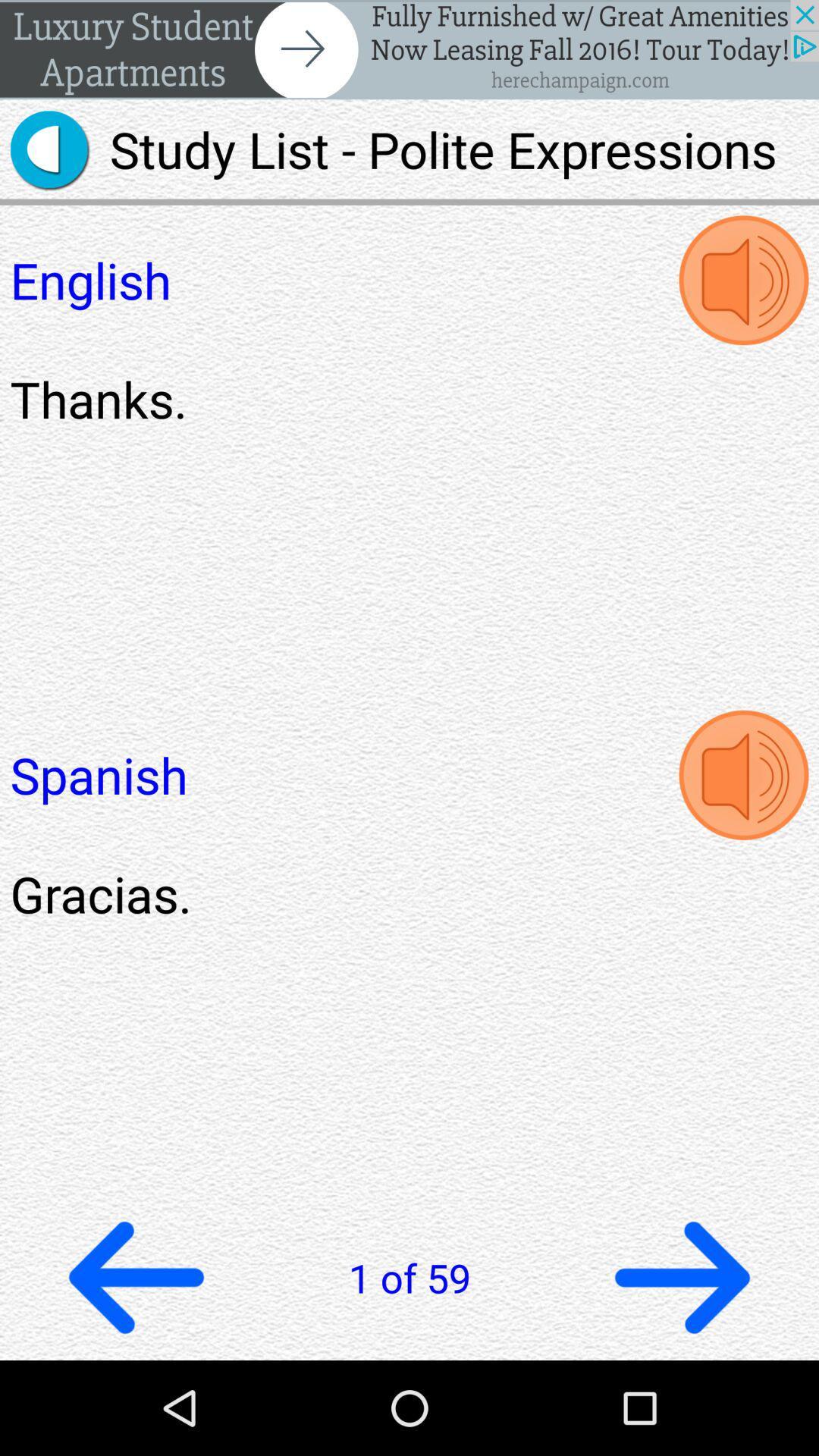 The width and height of the screenshot is (819, 1456). Describe the element at coordinates (742, 280) in the screenshot. I see `listen to word` at that location.